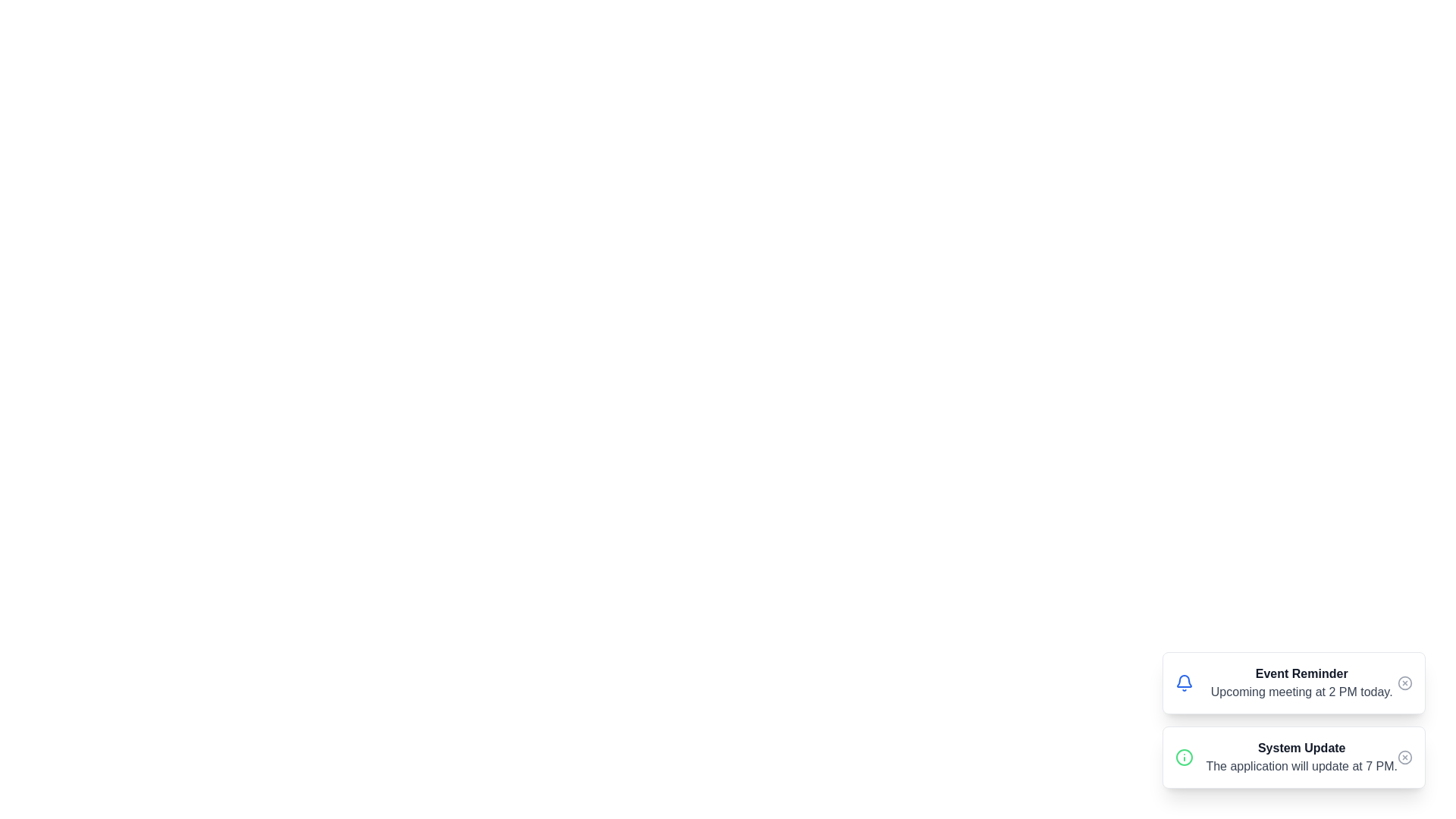  I want to click on close button for the notification titled 'System Update', so click(1404, 758).